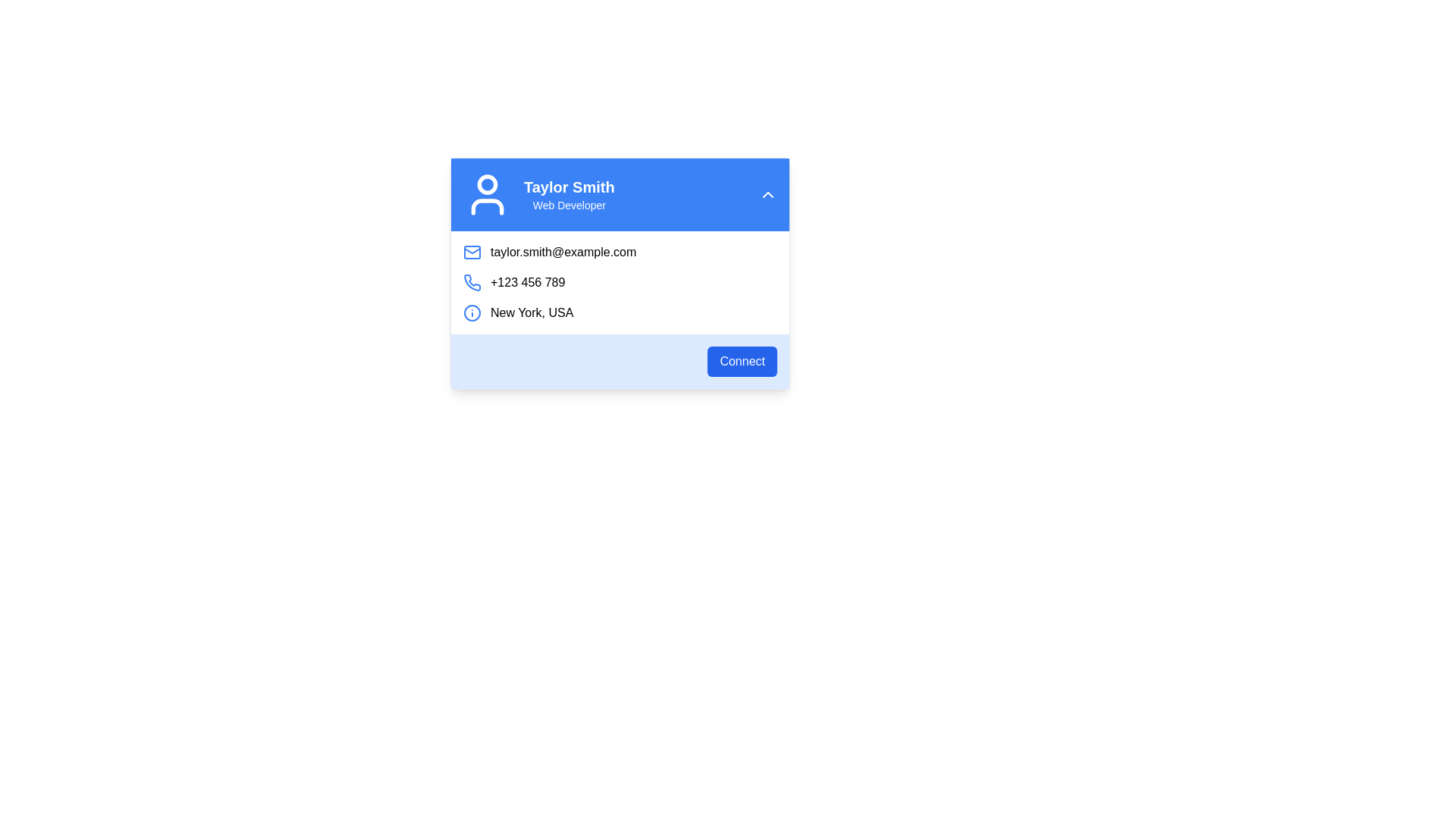 The image size is (1456, 819). What do you see at coordinates (472, 251) in the screenshot?
I see `the SVG rectangle representing the envelope in the email information card, located to the left of the email text field labeled 'taylor.smith@example.com'` at bounding box center [472, 251].